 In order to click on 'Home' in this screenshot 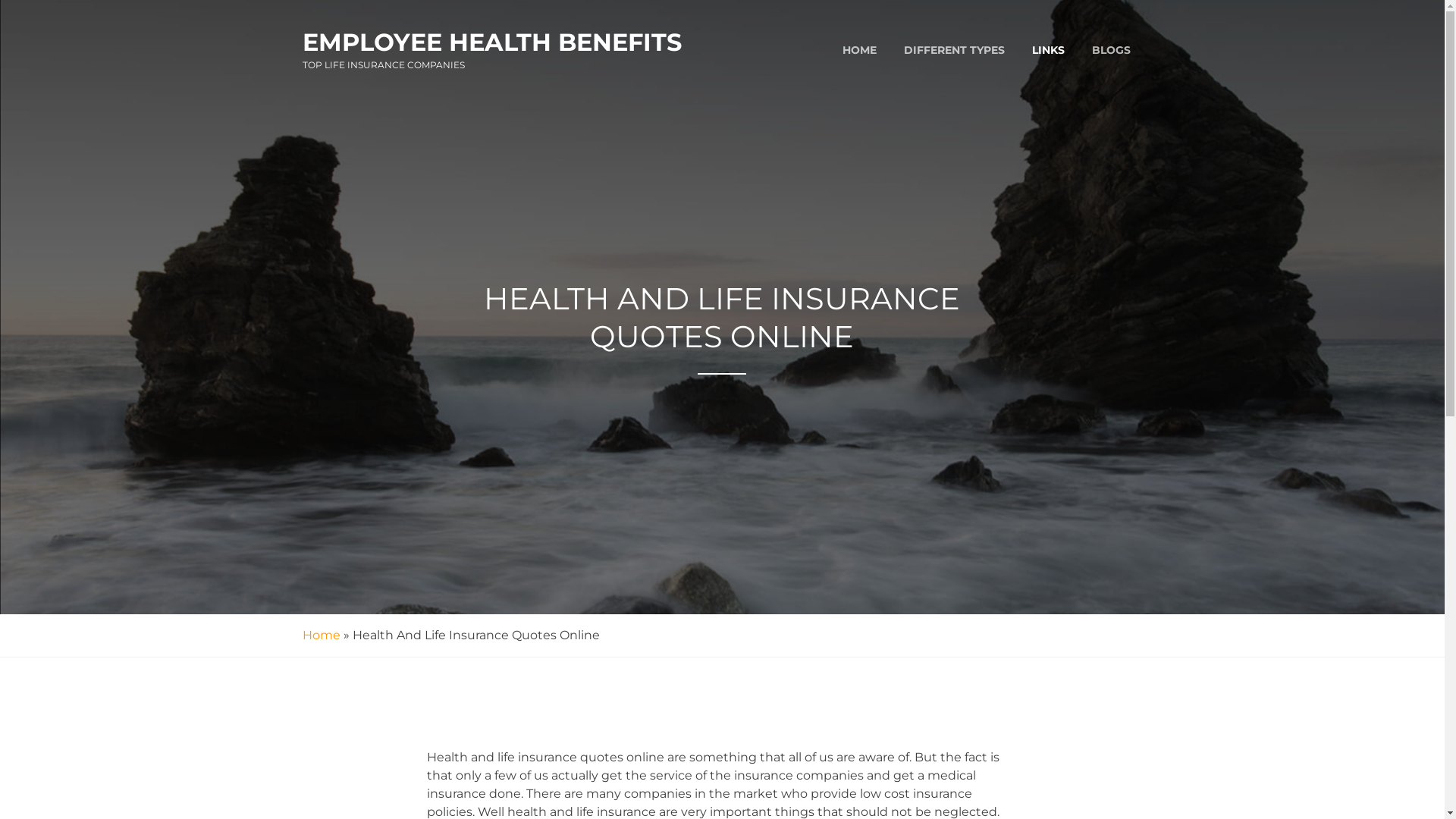, I will do `click(319, 635)`.